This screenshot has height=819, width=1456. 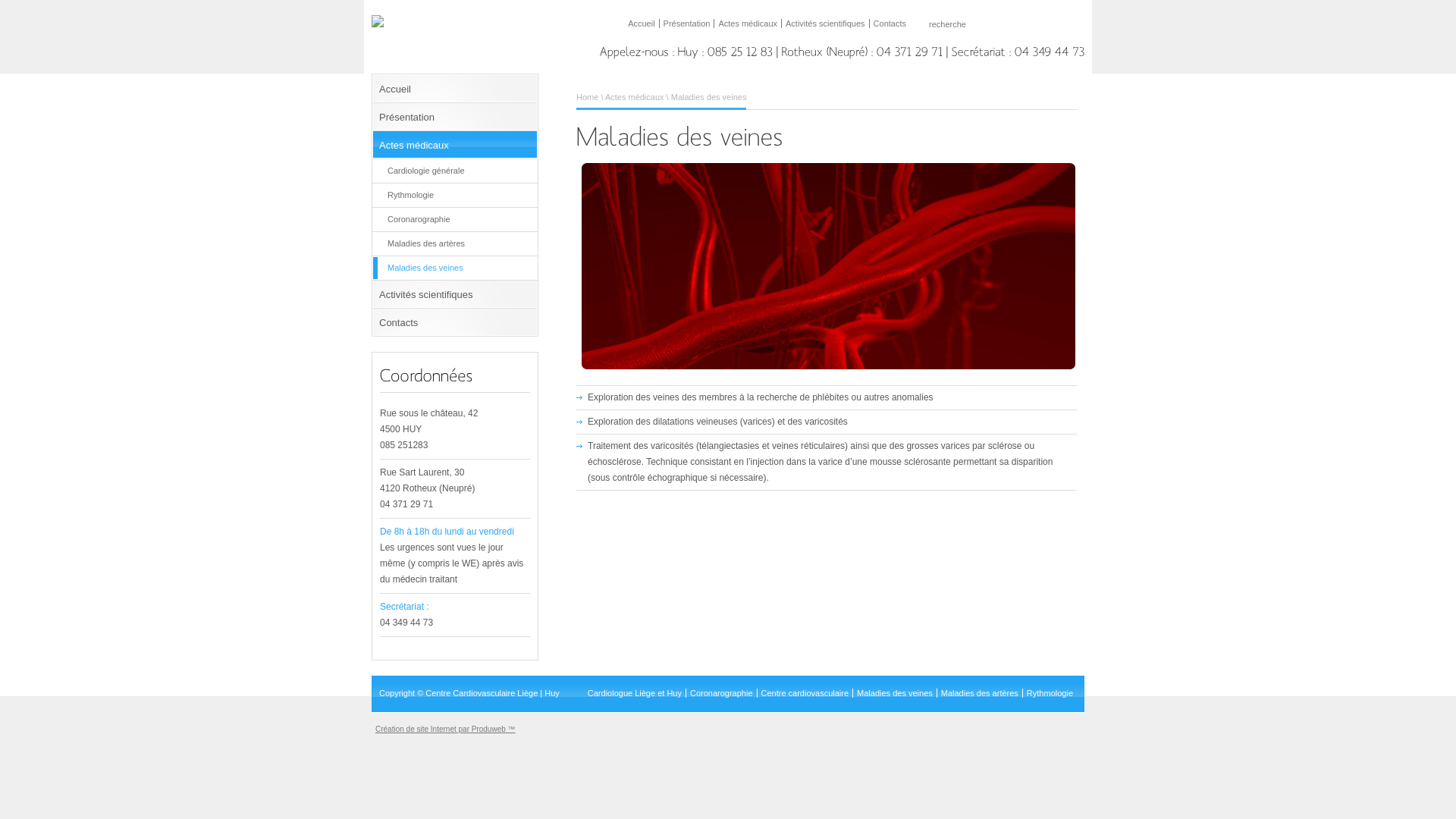 I want to click on 'Contacts', so click(x=371, y=322).